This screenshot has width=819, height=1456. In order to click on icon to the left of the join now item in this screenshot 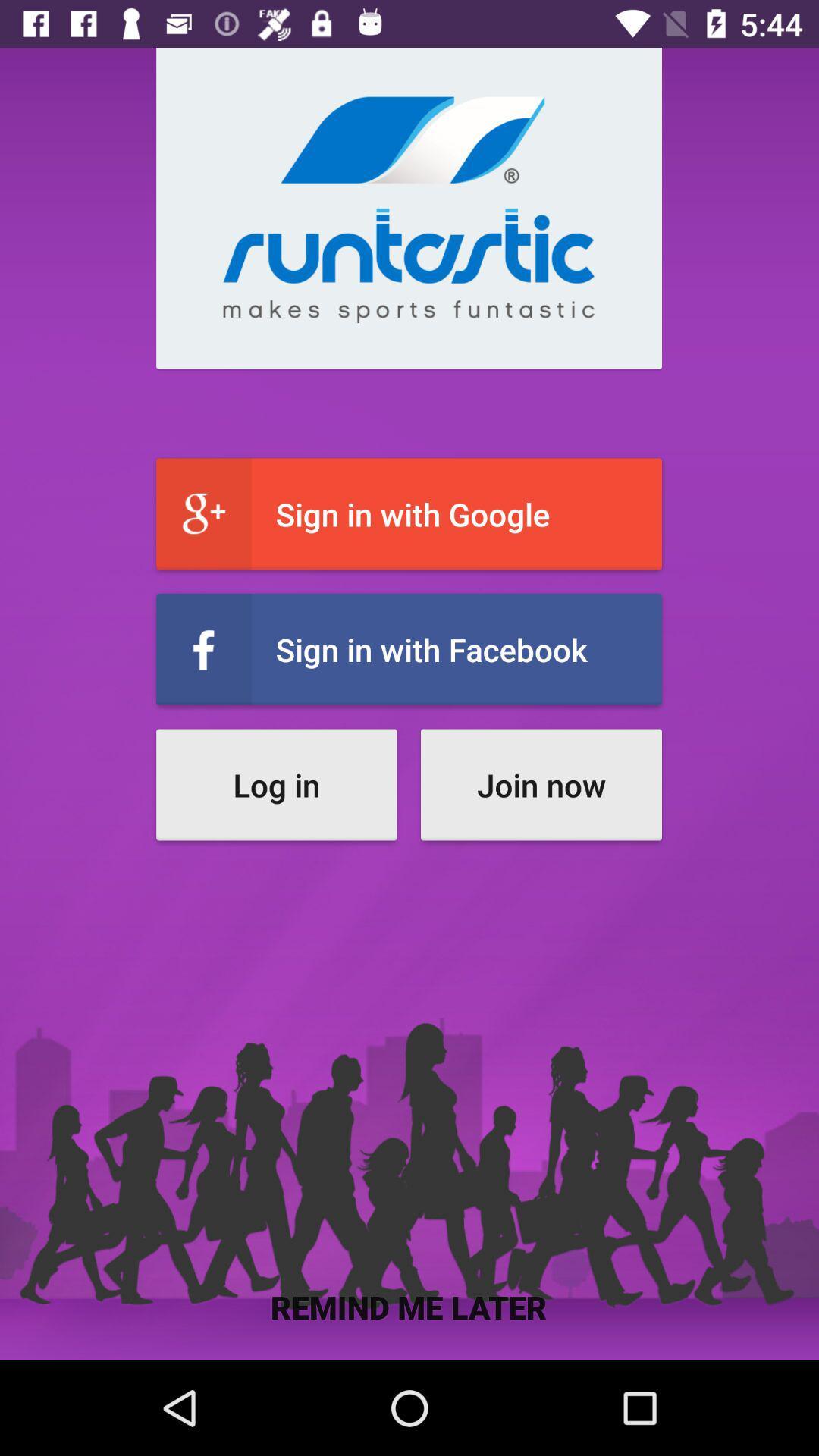, I will do `click(276, 785)`.